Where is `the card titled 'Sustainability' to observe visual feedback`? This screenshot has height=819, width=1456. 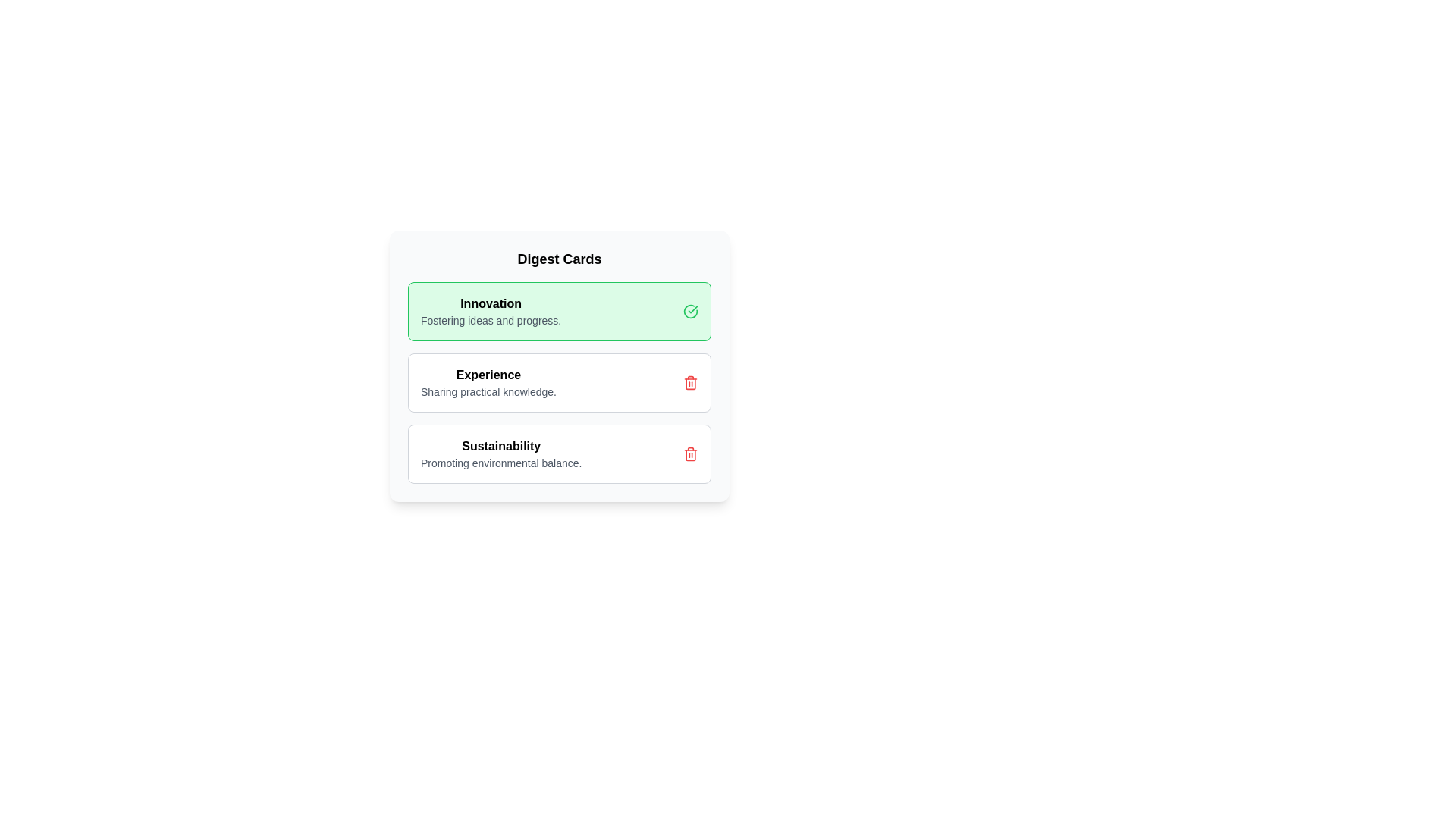
the card titled 'Sustainability' to observe visual feedback is located at coordinates (559, 453).